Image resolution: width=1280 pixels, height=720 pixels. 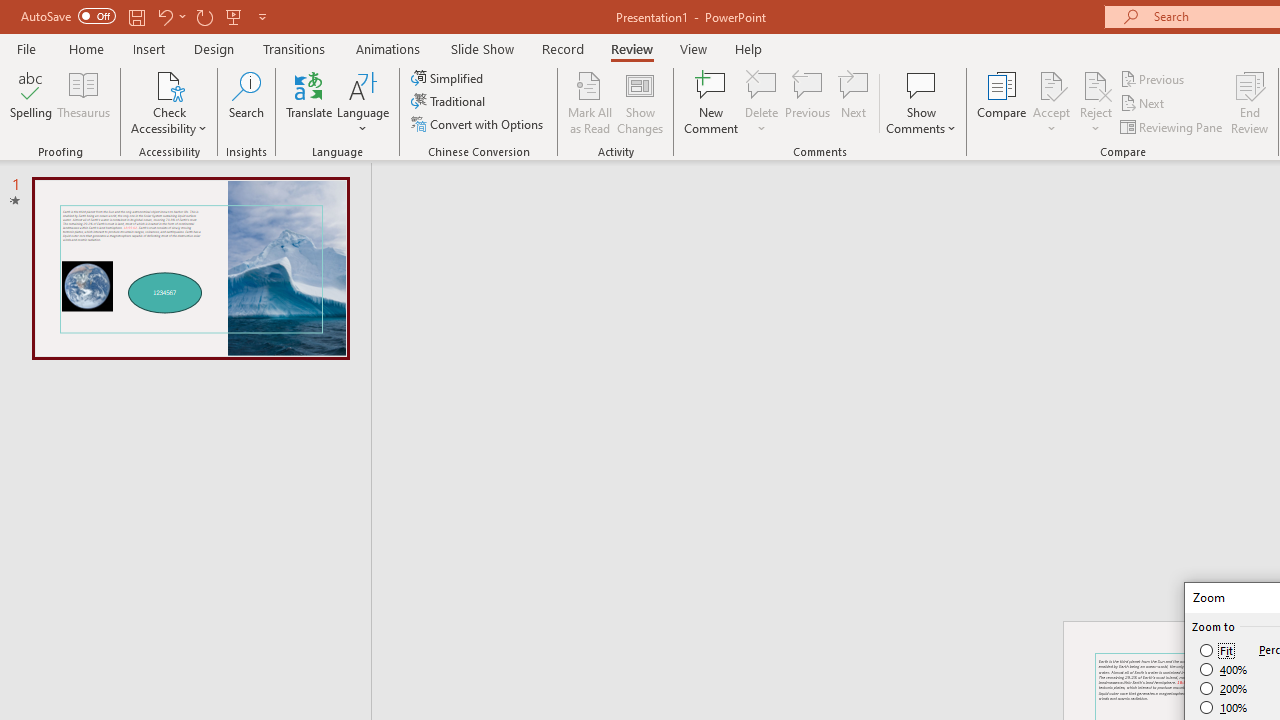 What do you see at coordinates (640, 103) in the screenshot?
I see `'Show Changes'` at bounding box center [640, 103].